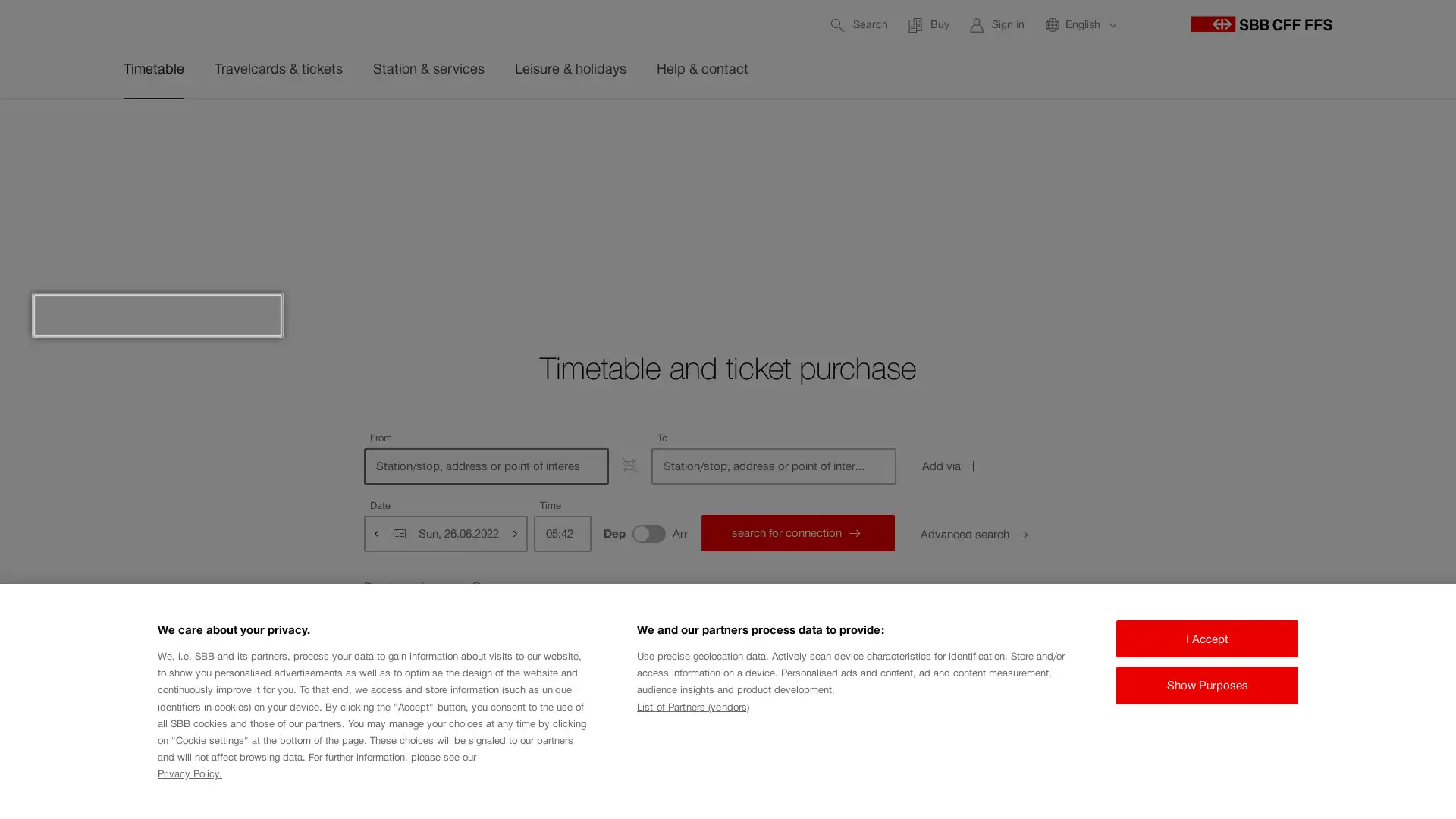 The image size is (1456, 819). I want to click on Switch to the previous day, so click(377, 532).